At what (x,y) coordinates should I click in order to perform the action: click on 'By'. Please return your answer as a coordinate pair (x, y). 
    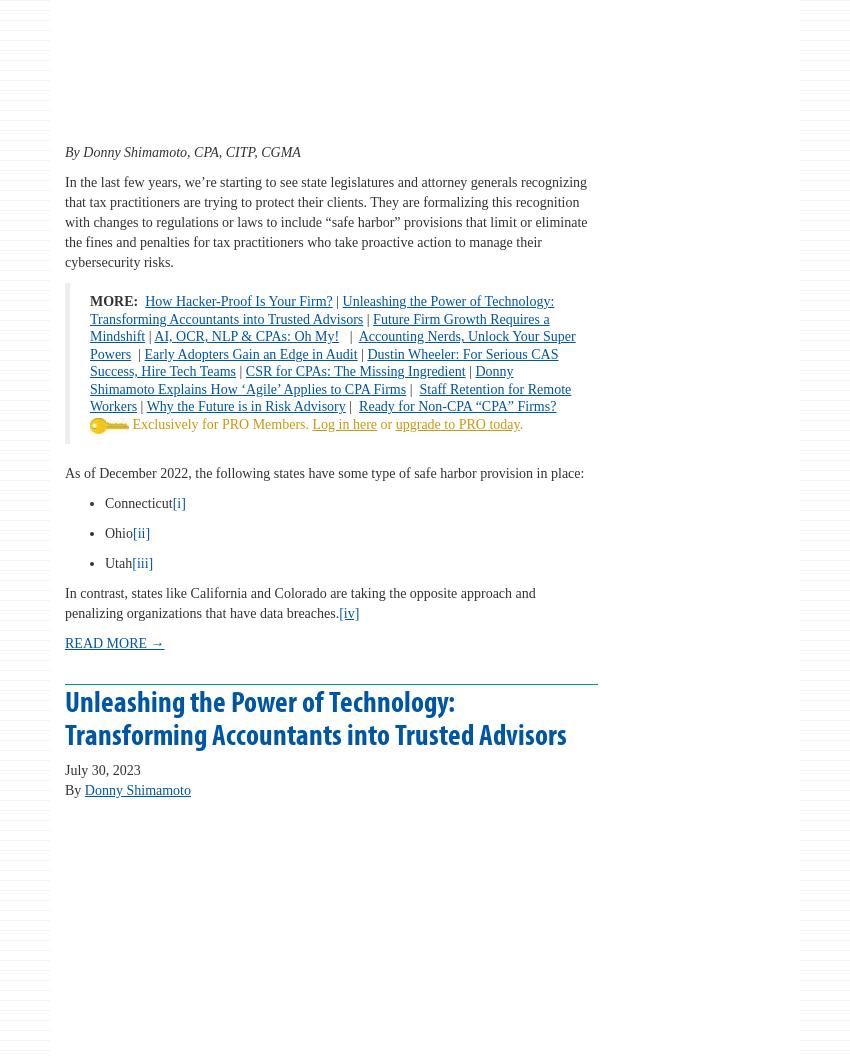
    Looking at the image, I should click on (74, 788).